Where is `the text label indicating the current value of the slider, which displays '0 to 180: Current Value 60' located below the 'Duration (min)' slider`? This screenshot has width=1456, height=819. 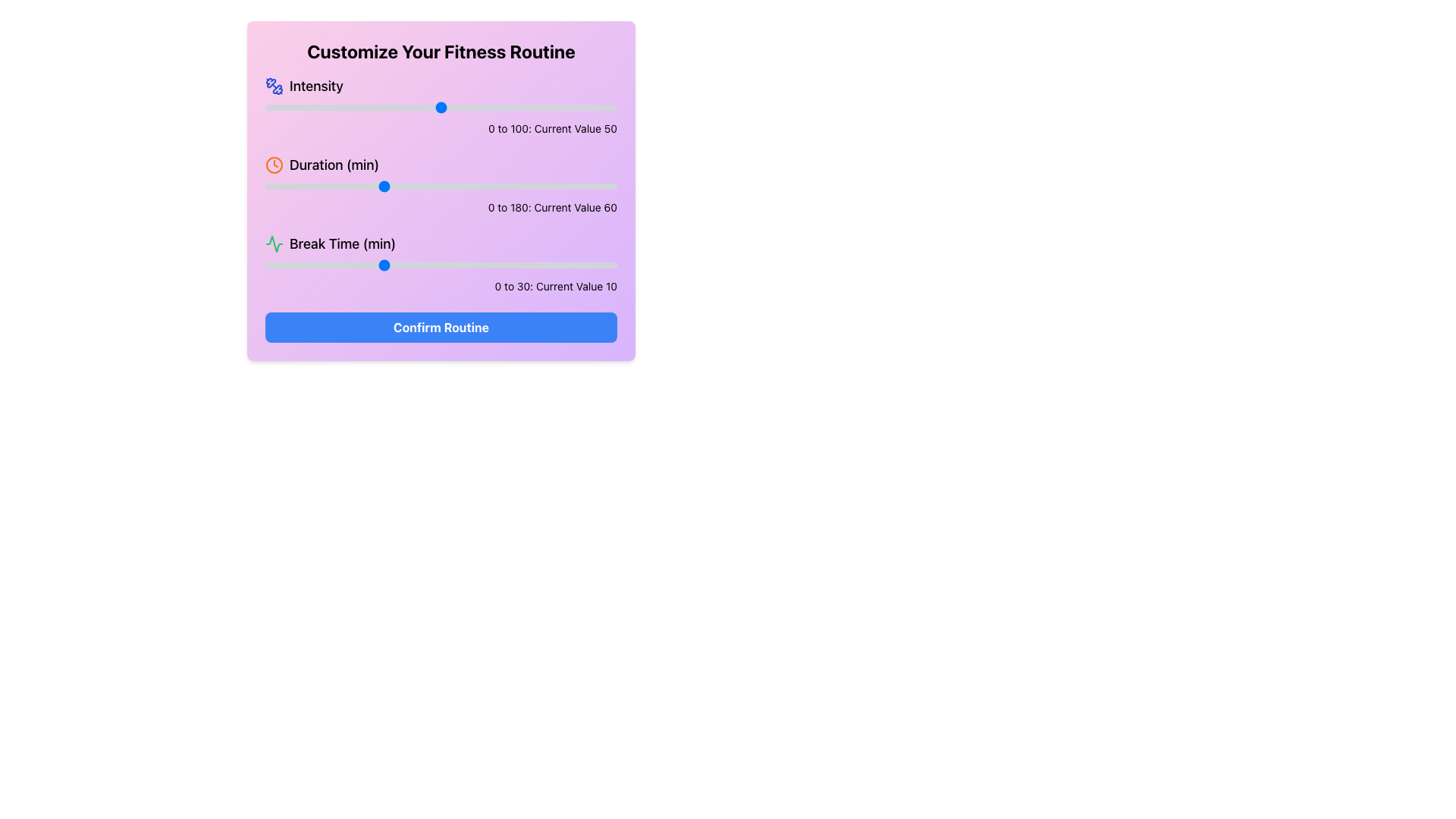
the text label indicating the current value of the slider, which displays '0 to 180: Current Value 60' located below the 'Duration (min)' slider is located at coordinates (440, 207).